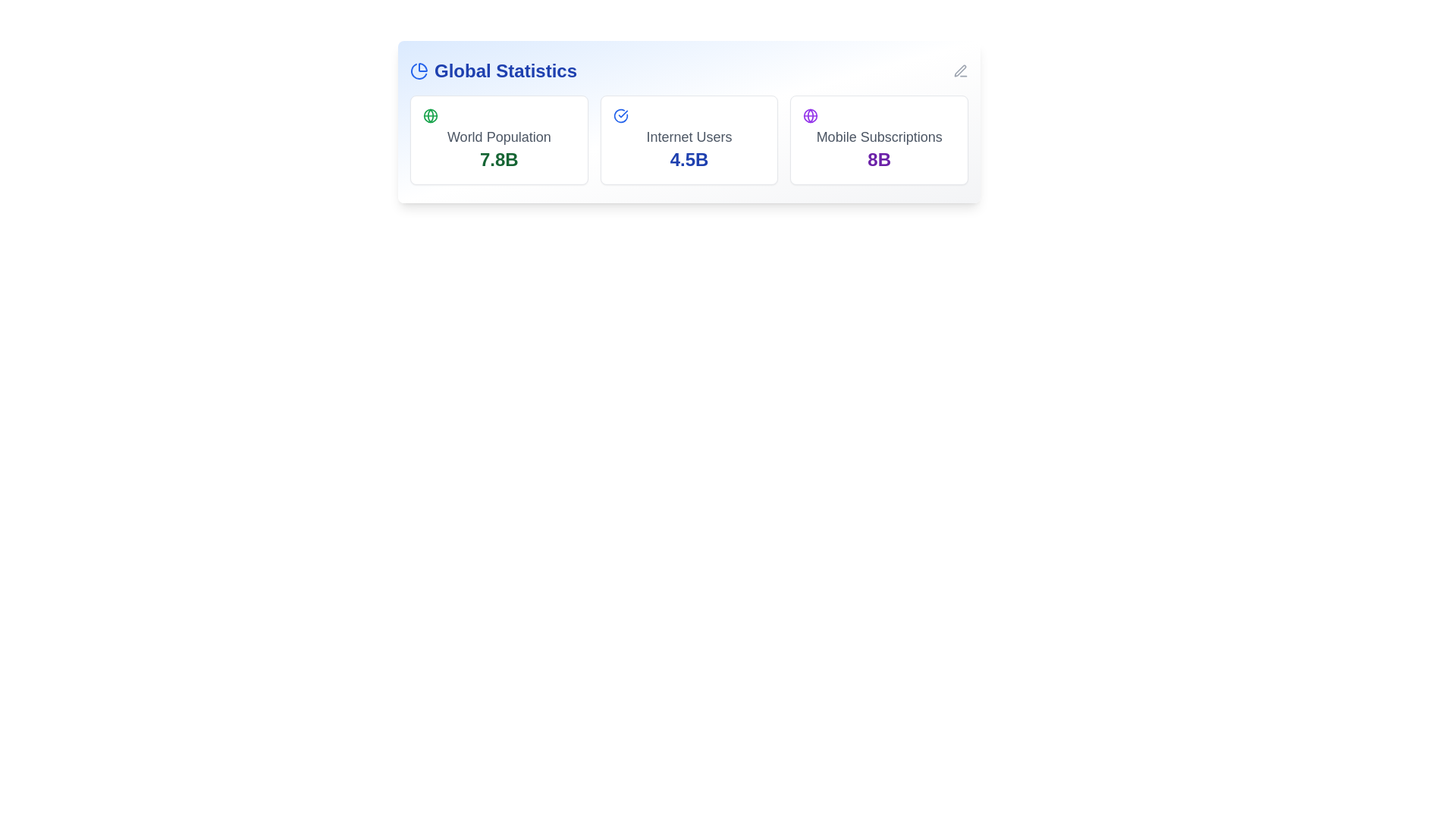 The width and height of the screenshot is (1456, 819). I want to click on the Information card displaying the number of internet users in billions, which is the second card in a grid layout, so click(688, 140).